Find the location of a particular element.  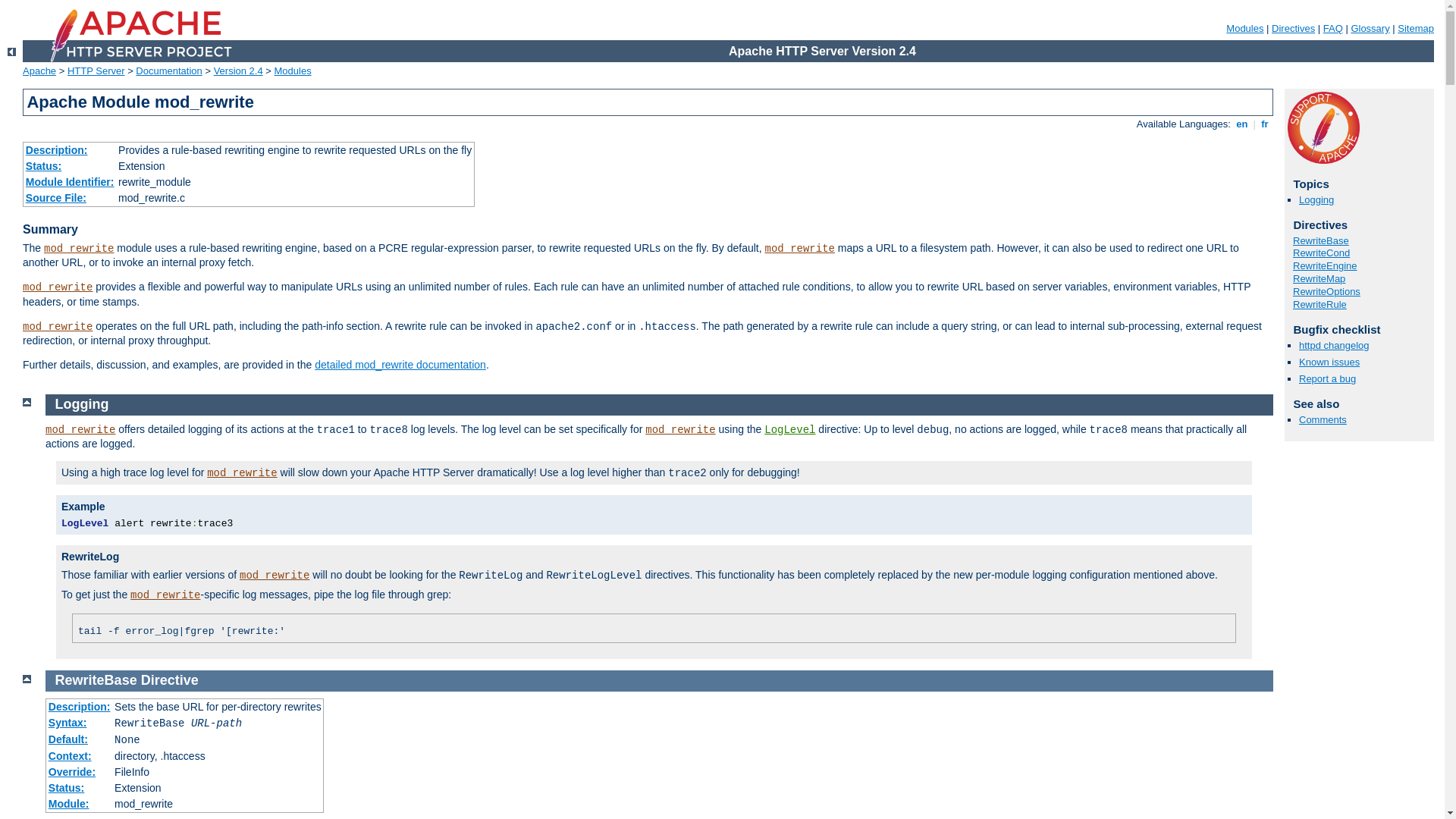

'Logging' is located at coordinates (1298, 199).